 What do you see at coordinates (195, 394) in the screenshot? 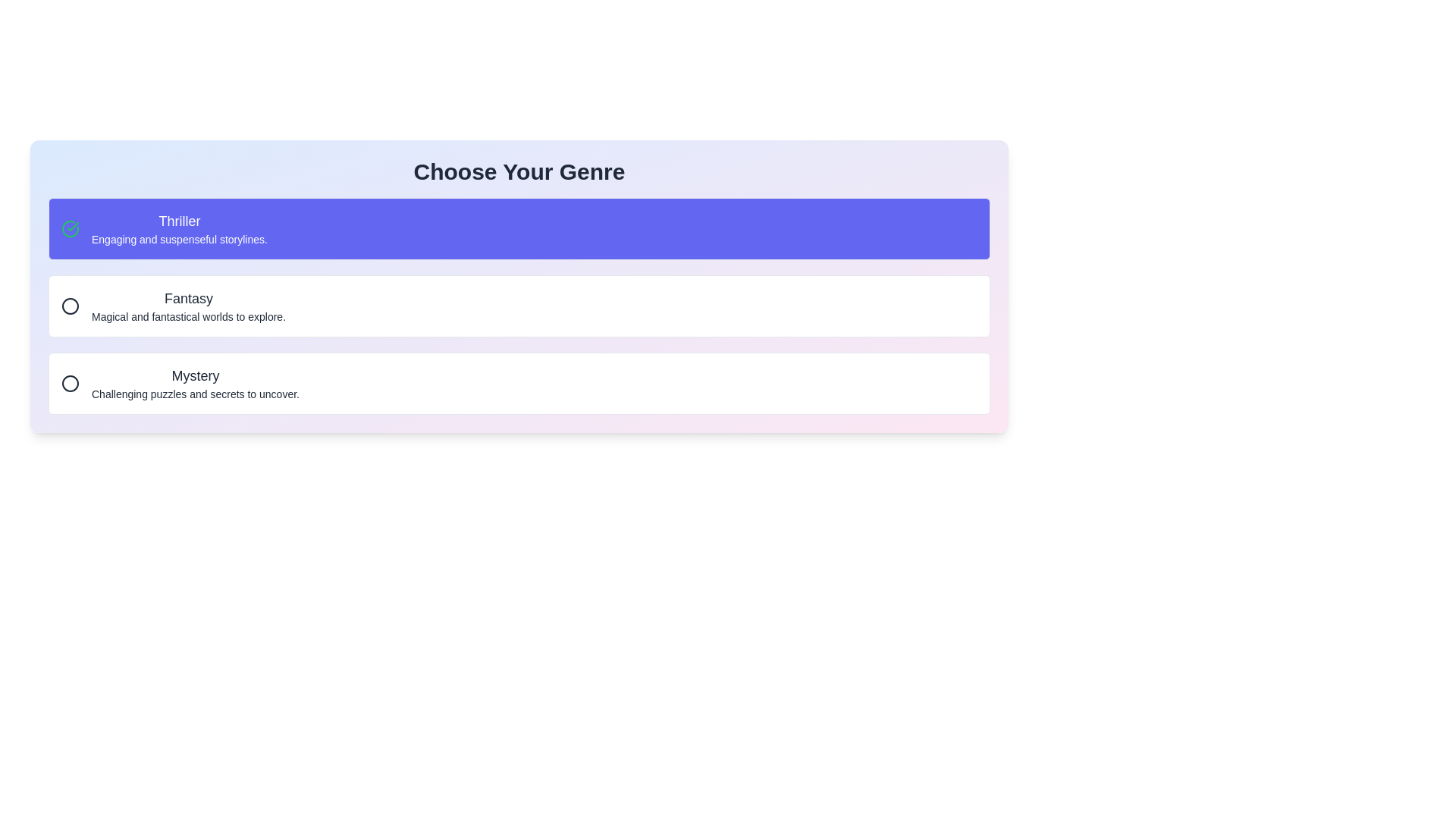
I see `the text label displaying 'Challenging puzzles and secrets to uncover.' which is located directly beneath the 'Mystery' title in the bottommost row of the list section` at bounding box center [195, 394].